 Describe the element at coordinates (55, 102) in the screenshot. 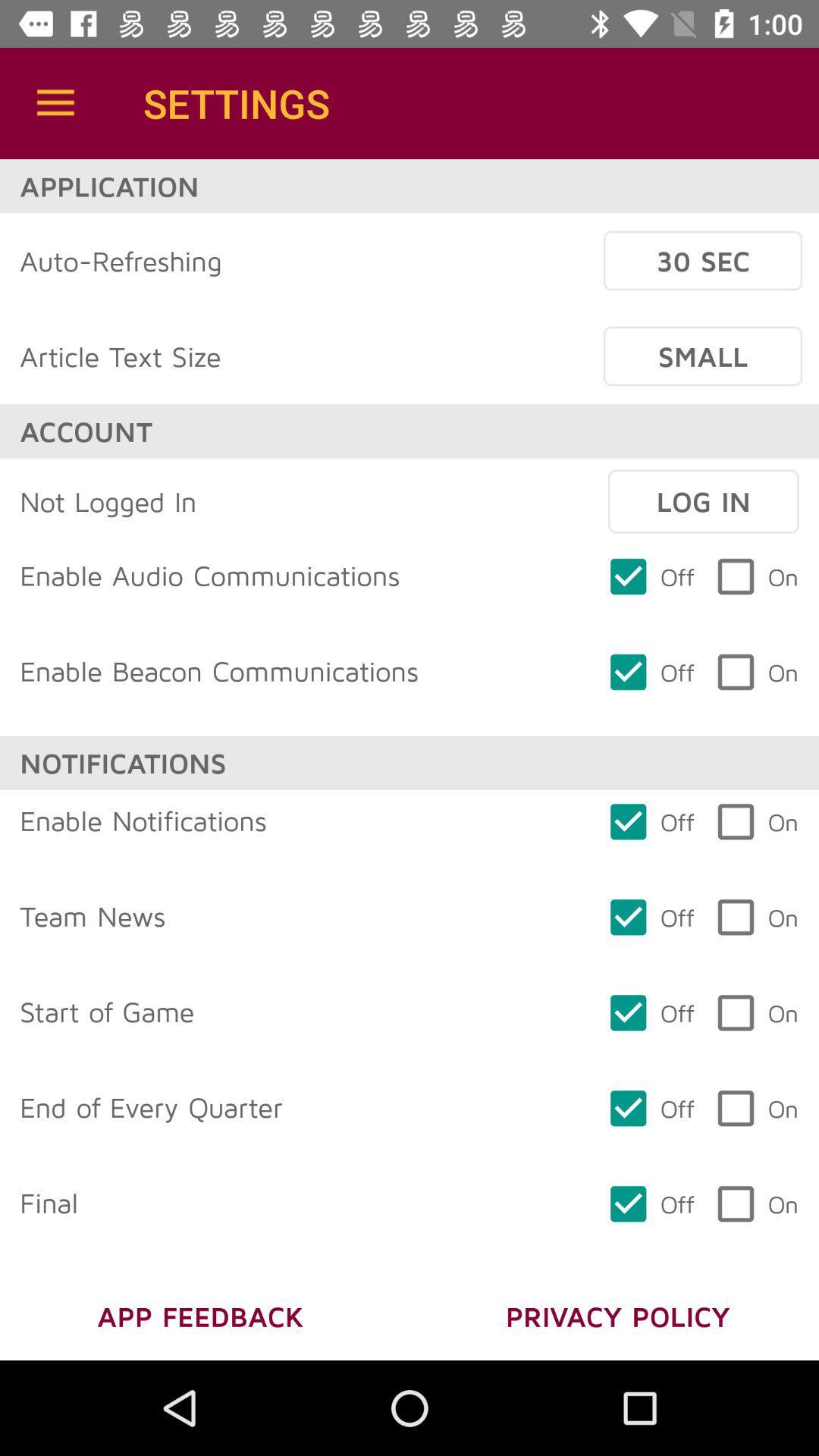

I see `the item to the left of settings item` at that location.